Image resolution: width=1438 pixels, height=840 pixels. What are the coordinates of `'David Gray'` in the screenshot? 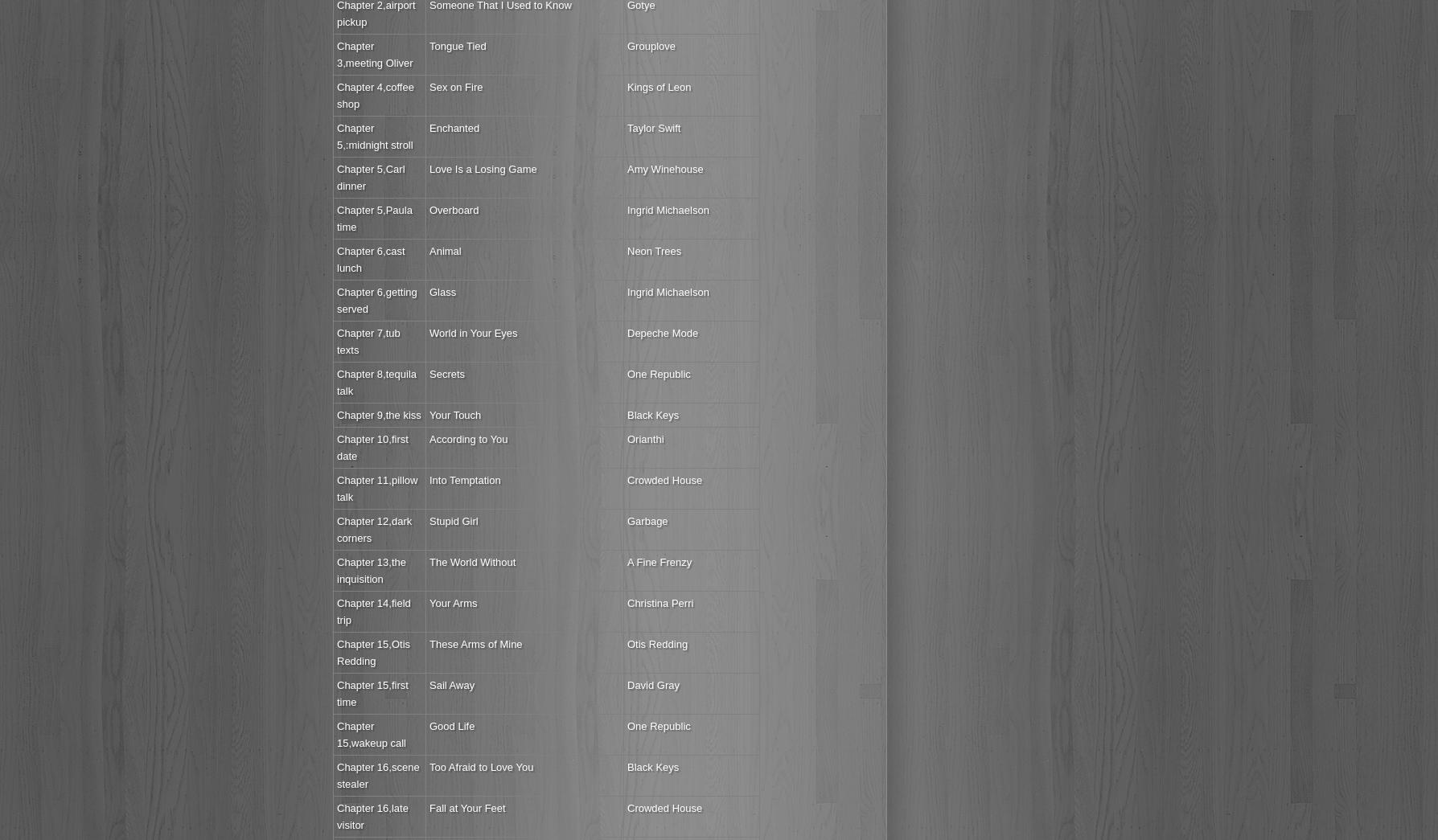 It's located at (652, 684).